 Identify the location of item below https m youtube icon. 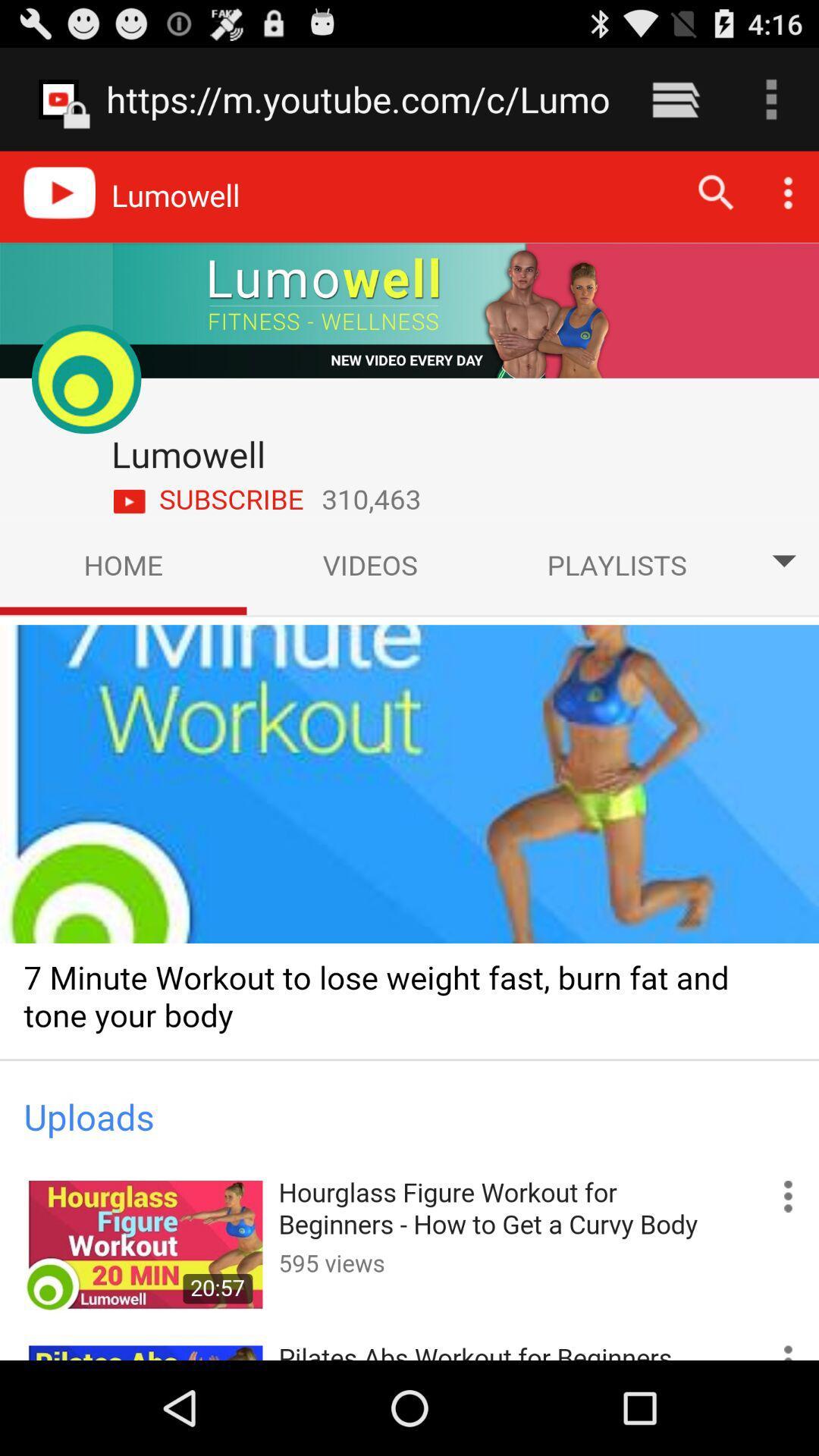
(409, 755).